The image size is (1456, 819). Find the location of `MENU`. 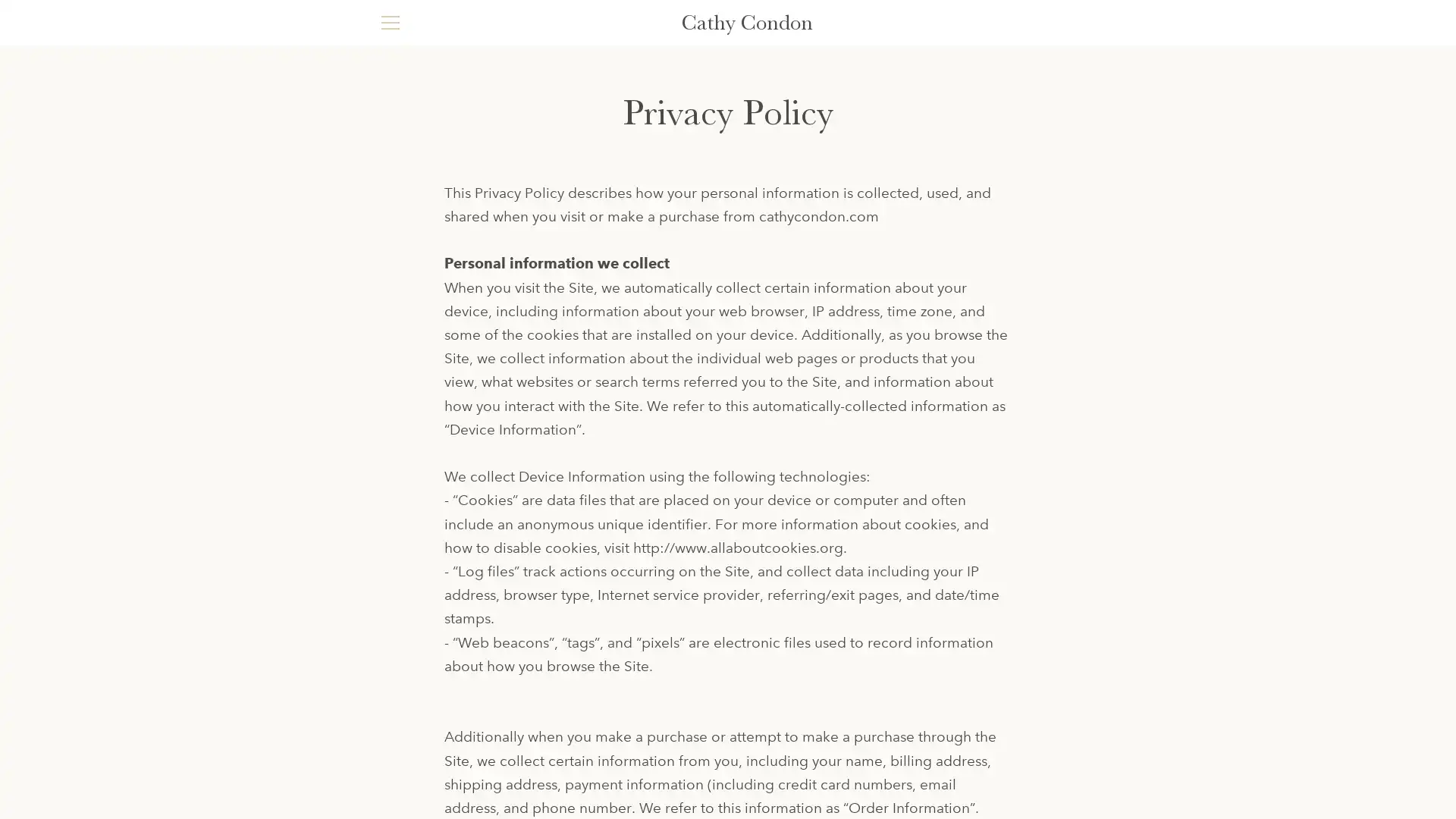

MENU is located at coordinates (390, 23).